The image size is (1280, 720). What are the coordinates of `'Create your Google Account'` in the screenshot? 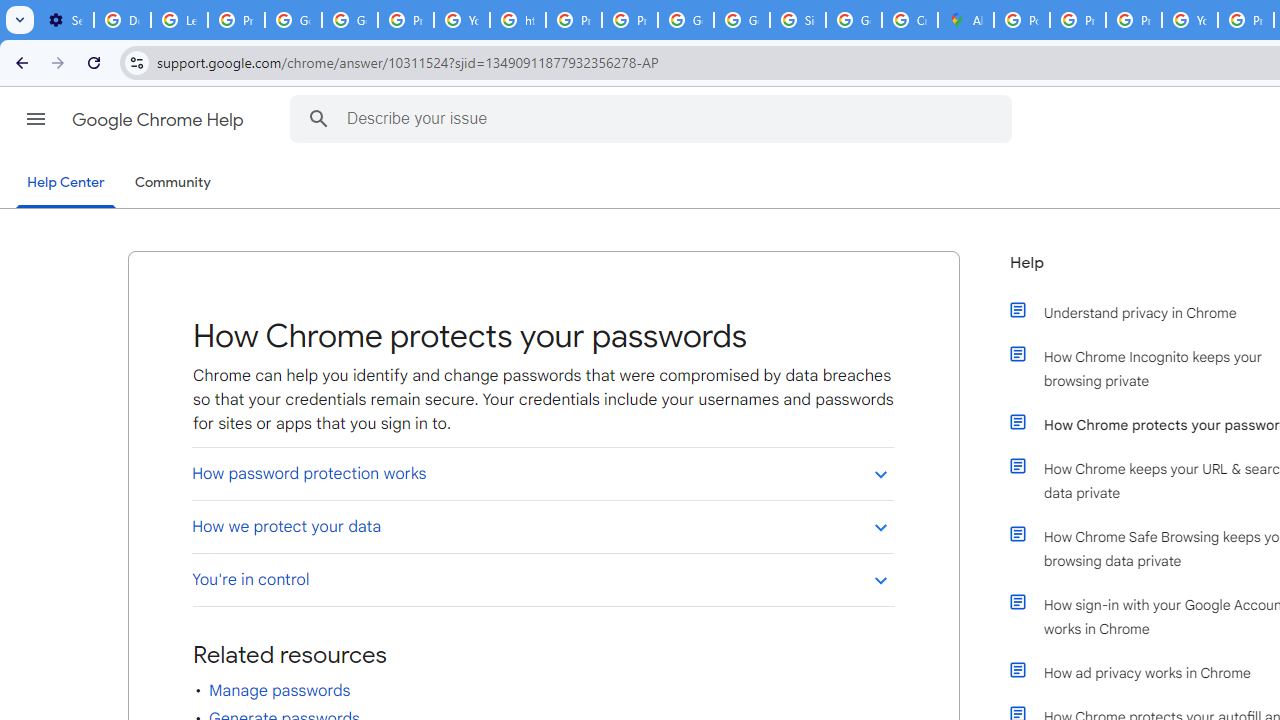 It's located at (909, 20).